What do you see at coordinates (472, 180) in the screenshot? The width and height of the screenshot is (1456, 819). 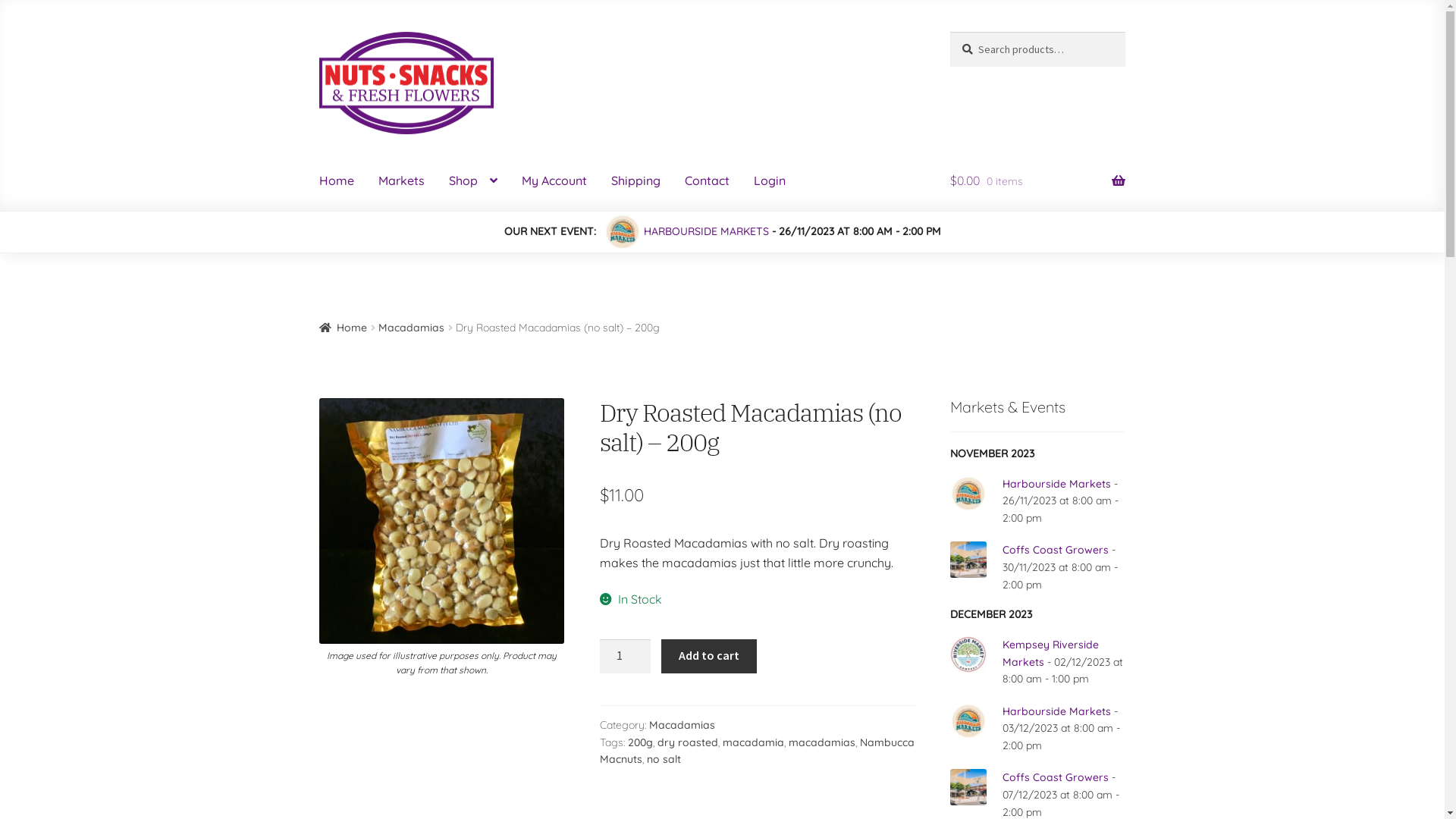 I see `'Shop'` at bounding box center [472, 180].